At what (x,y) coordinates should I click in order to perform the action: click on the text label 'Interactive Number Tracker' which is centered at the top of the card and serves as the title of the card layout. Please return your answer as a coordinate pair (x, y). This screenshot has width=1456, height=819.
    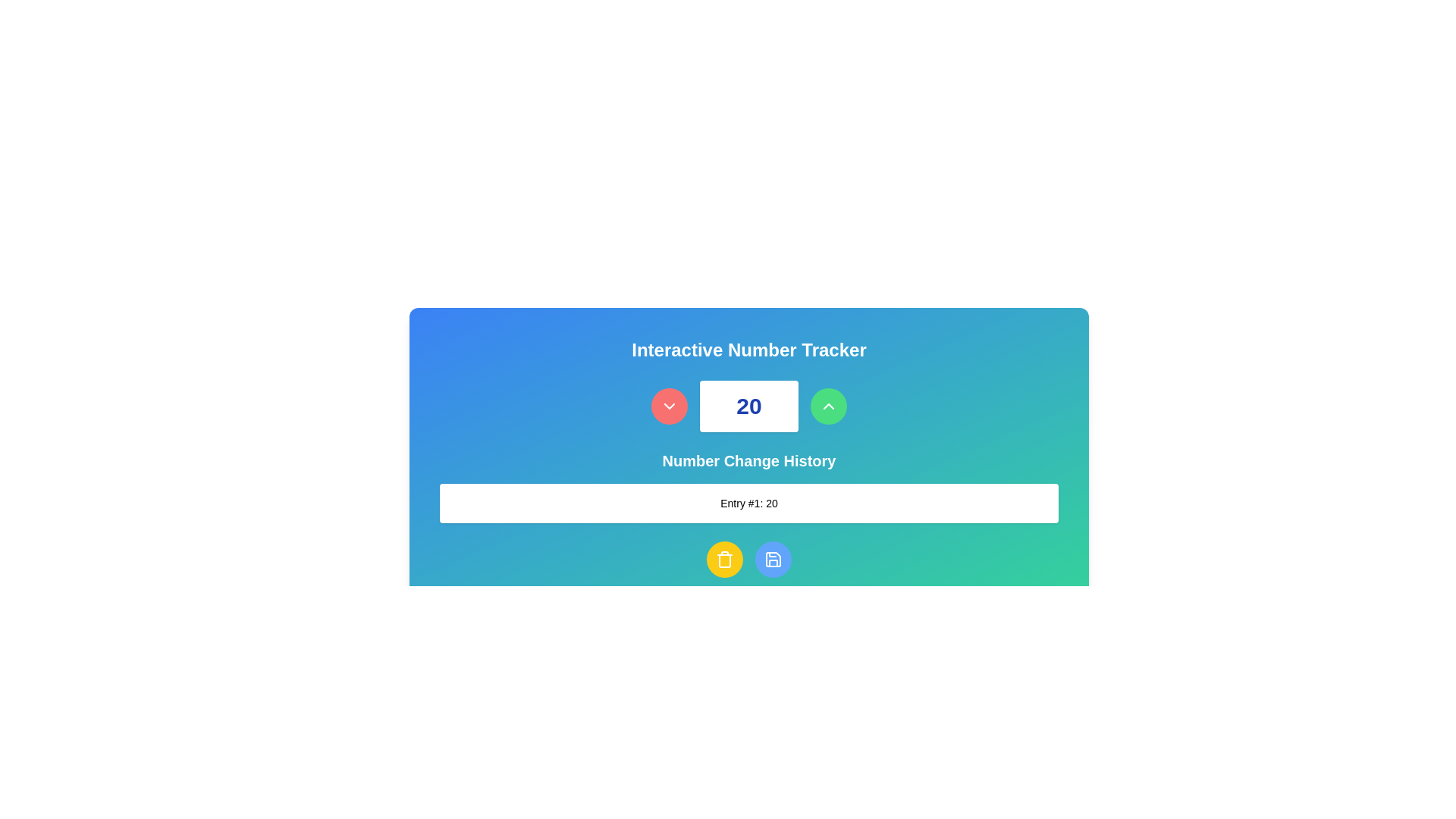
    Looking at the image, I should click on (749, 350).